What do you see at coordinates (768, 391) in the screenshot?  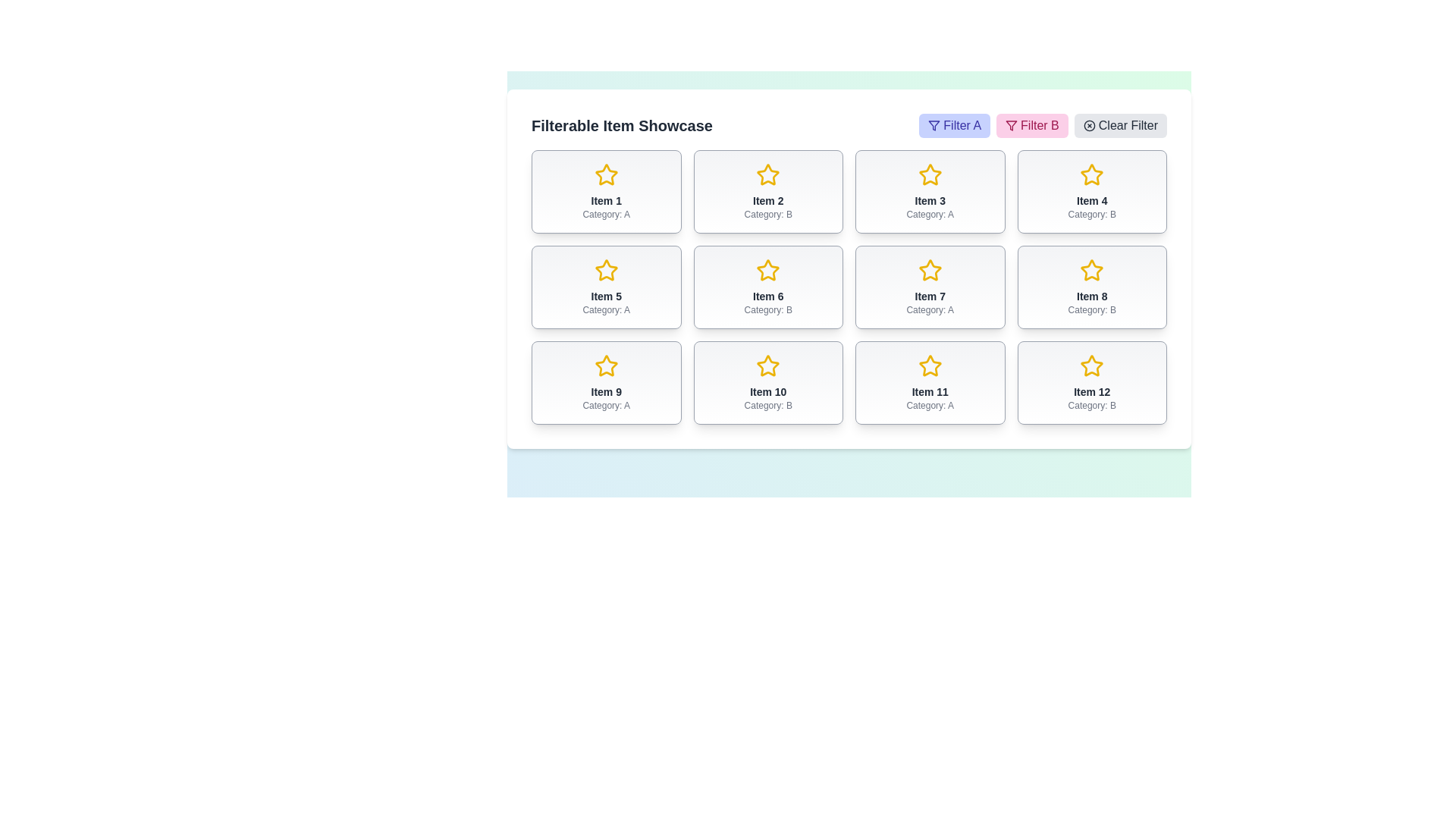 I see `the text label 'Item 10' which is styled in a small font with bold, centered, dark gray text, located within a bordered and rounded card in the bottom center of the grid interface` at bounding box center [768, 391].